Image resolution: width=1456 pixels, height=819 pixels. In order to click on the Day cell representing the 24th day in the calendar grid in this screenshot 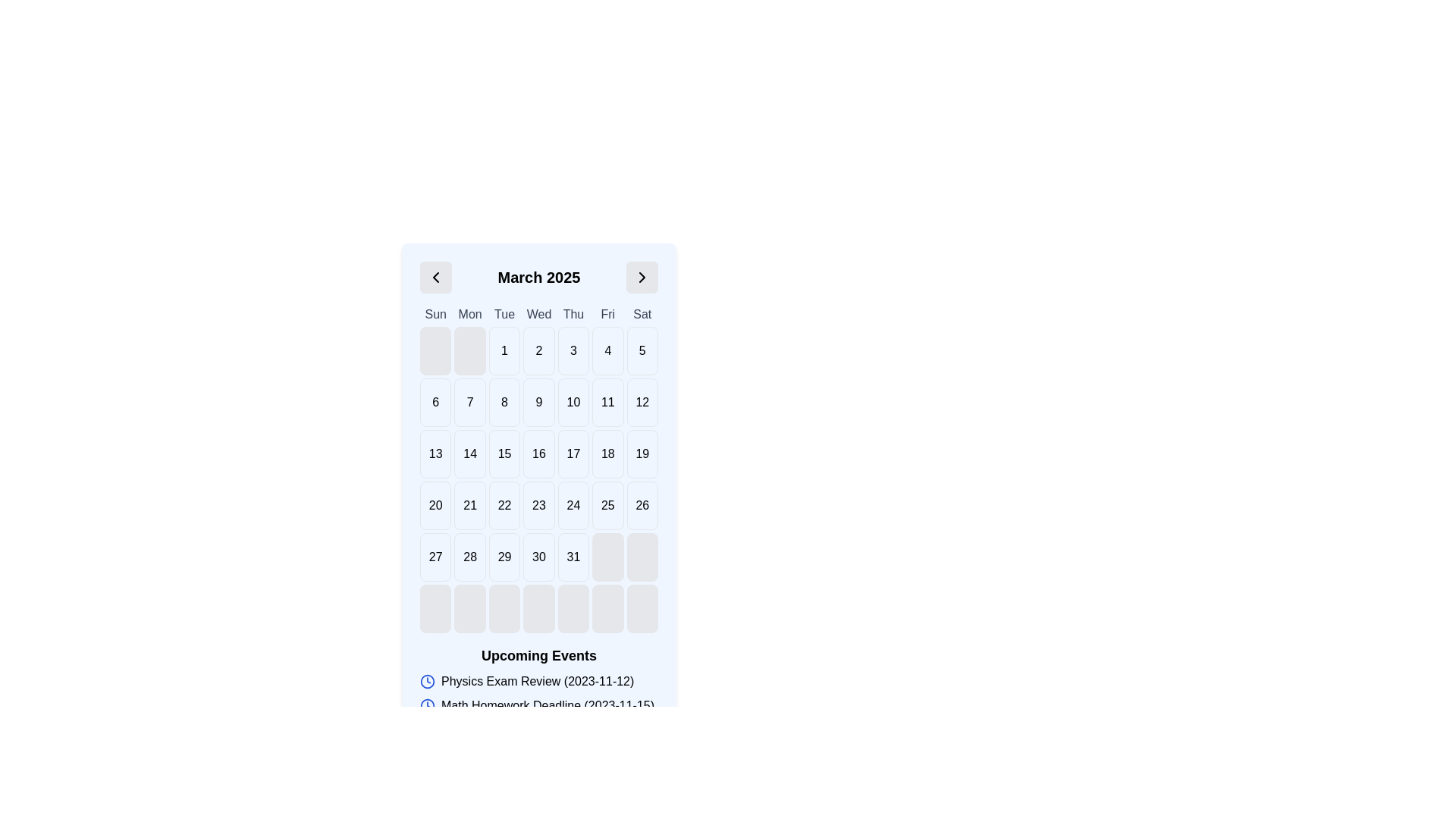, I will do `click(573, 506)`.